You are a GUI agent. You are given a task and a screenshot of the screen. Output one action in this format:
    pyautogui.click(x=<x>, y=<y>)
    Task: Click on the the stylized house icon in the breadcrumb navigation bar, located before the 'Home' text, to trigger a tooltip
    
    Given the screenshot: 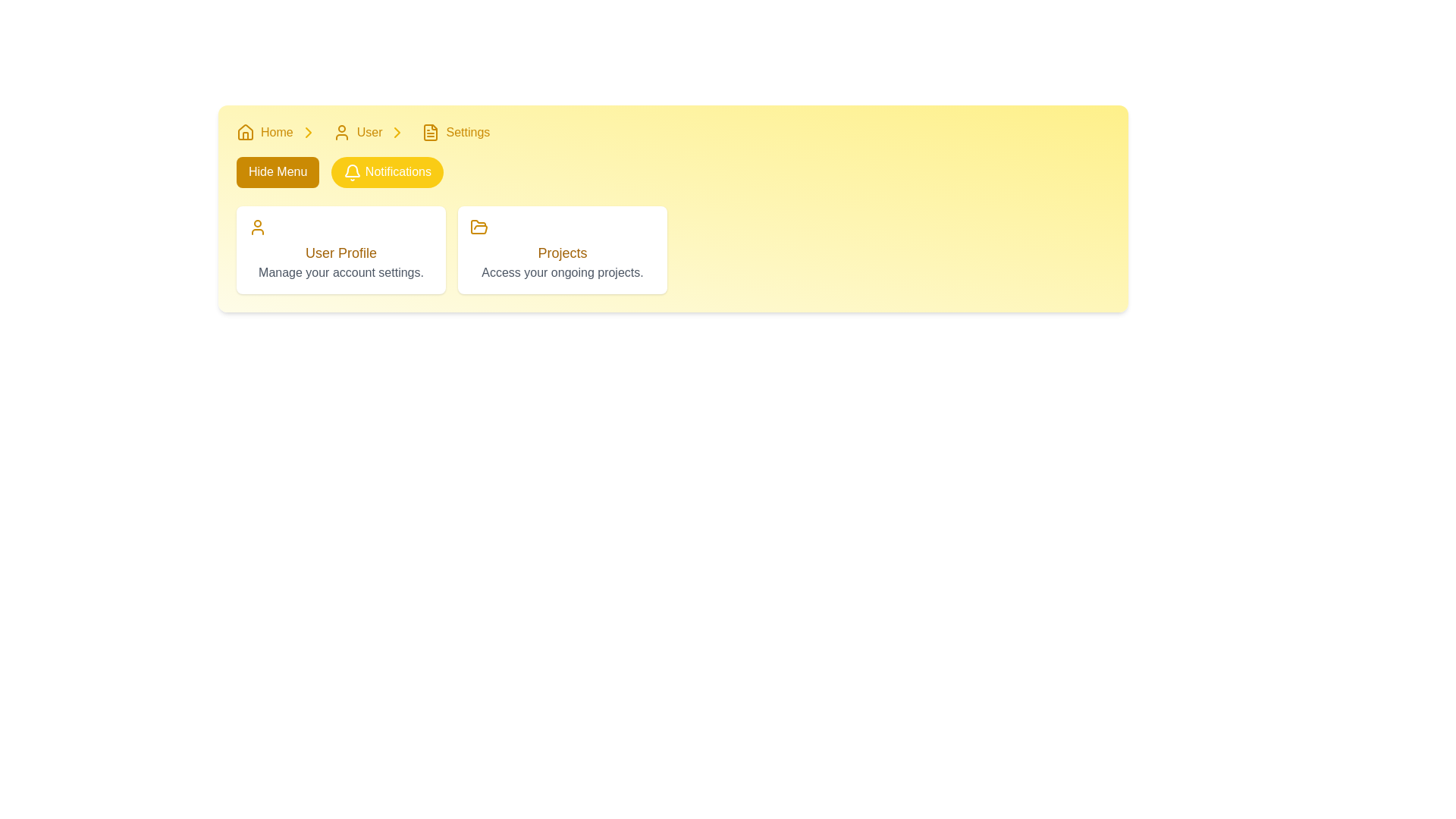 What is the action you would take?
    pyautogui.click(x=246, y=131)
    